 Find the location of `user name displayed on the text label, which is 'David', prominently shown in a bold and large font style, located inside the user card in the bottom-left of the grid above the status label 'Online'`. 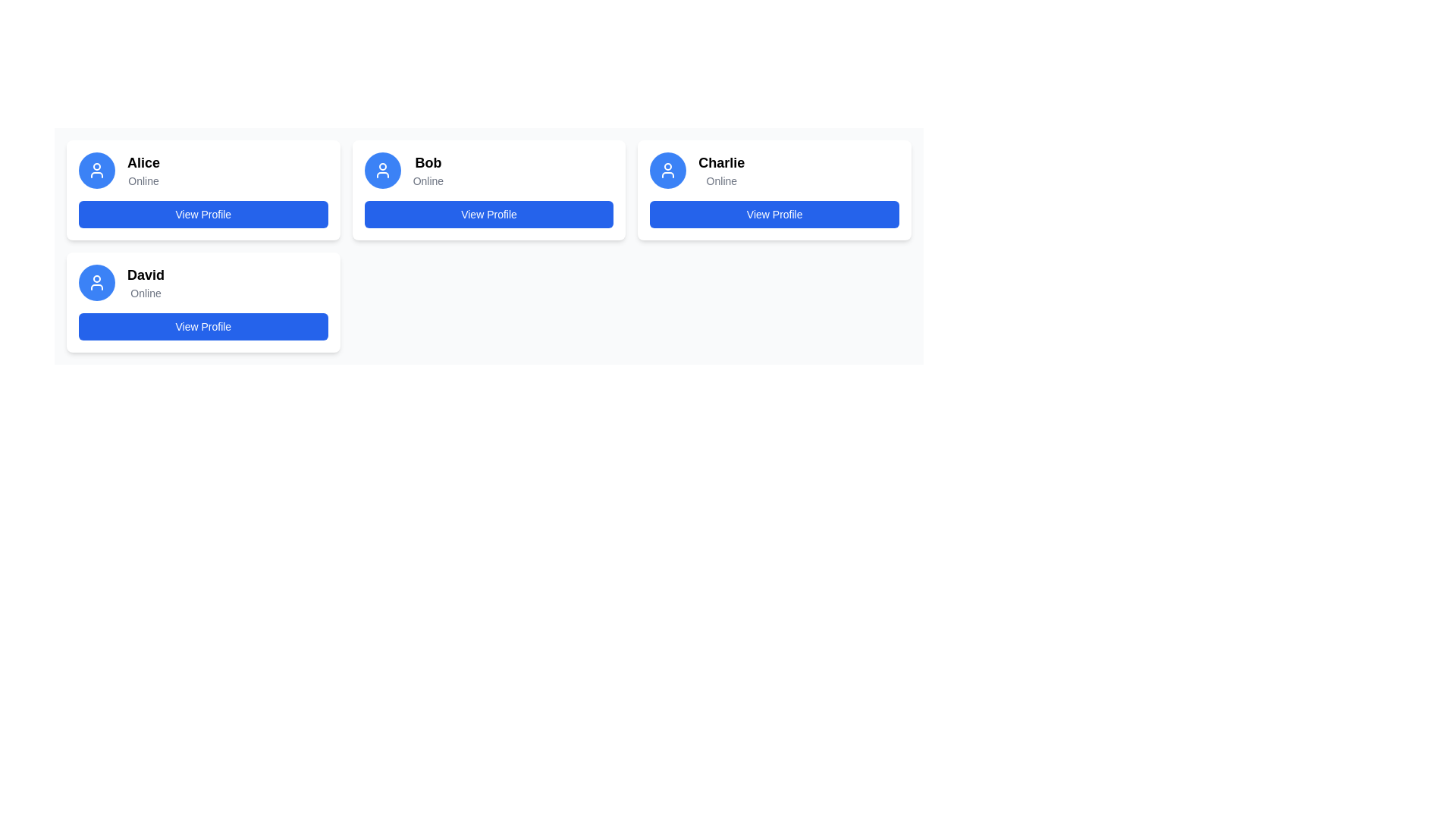

user name displayed on the text label, which is 'David', prominently shown in a bold and large font style, located inside the user card in the bottom-left of the grid above the status label 'Online' is located at coordinates (146, 275).